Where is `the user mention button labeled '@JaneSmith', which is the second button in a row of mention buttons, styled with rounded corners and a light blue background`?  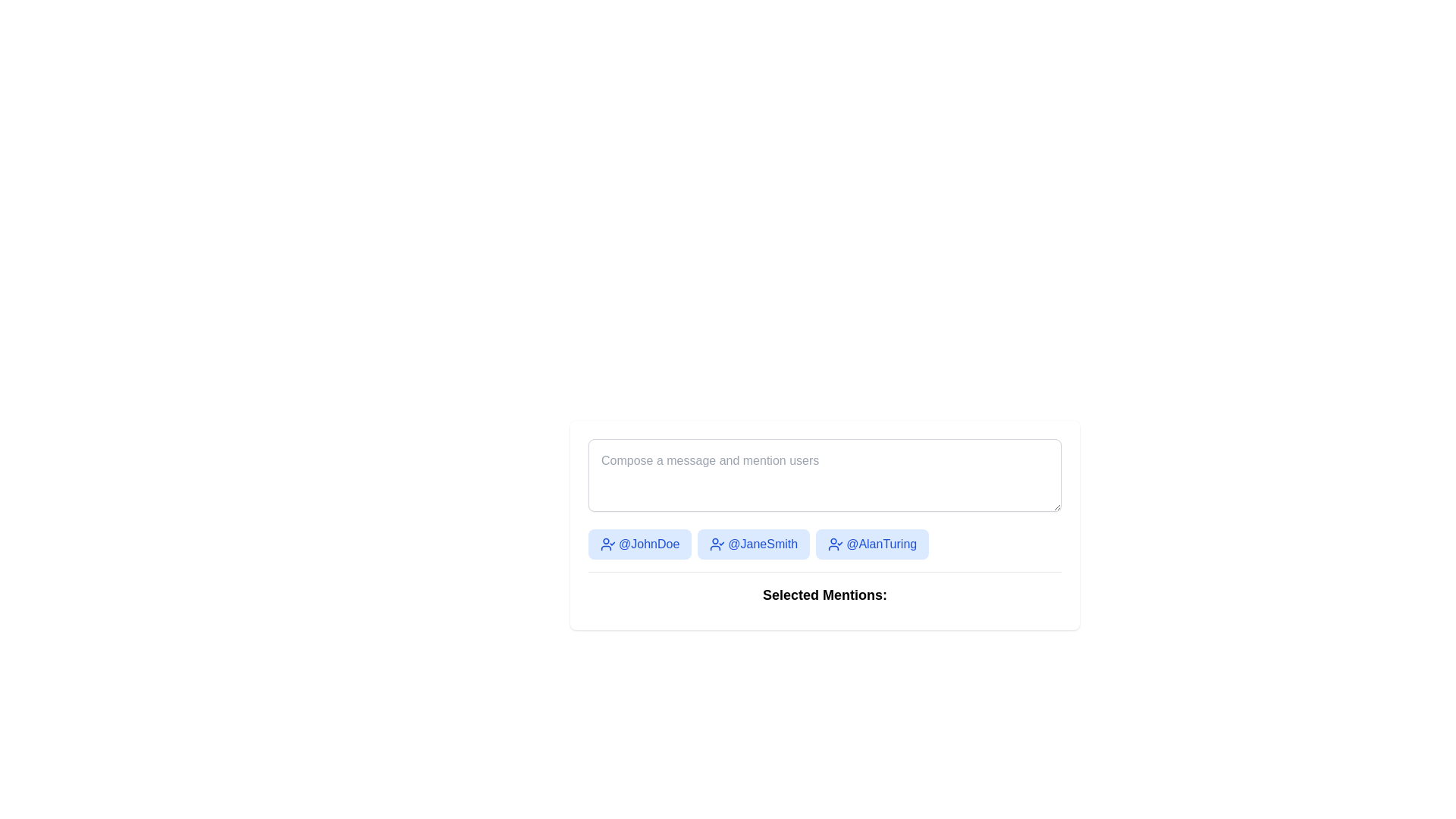 the user mention button labeled '@JaneSmith', which is the second button in a row of mention buttons, styled with rounded corners and a light blue background is located at coordinates (754, 543).